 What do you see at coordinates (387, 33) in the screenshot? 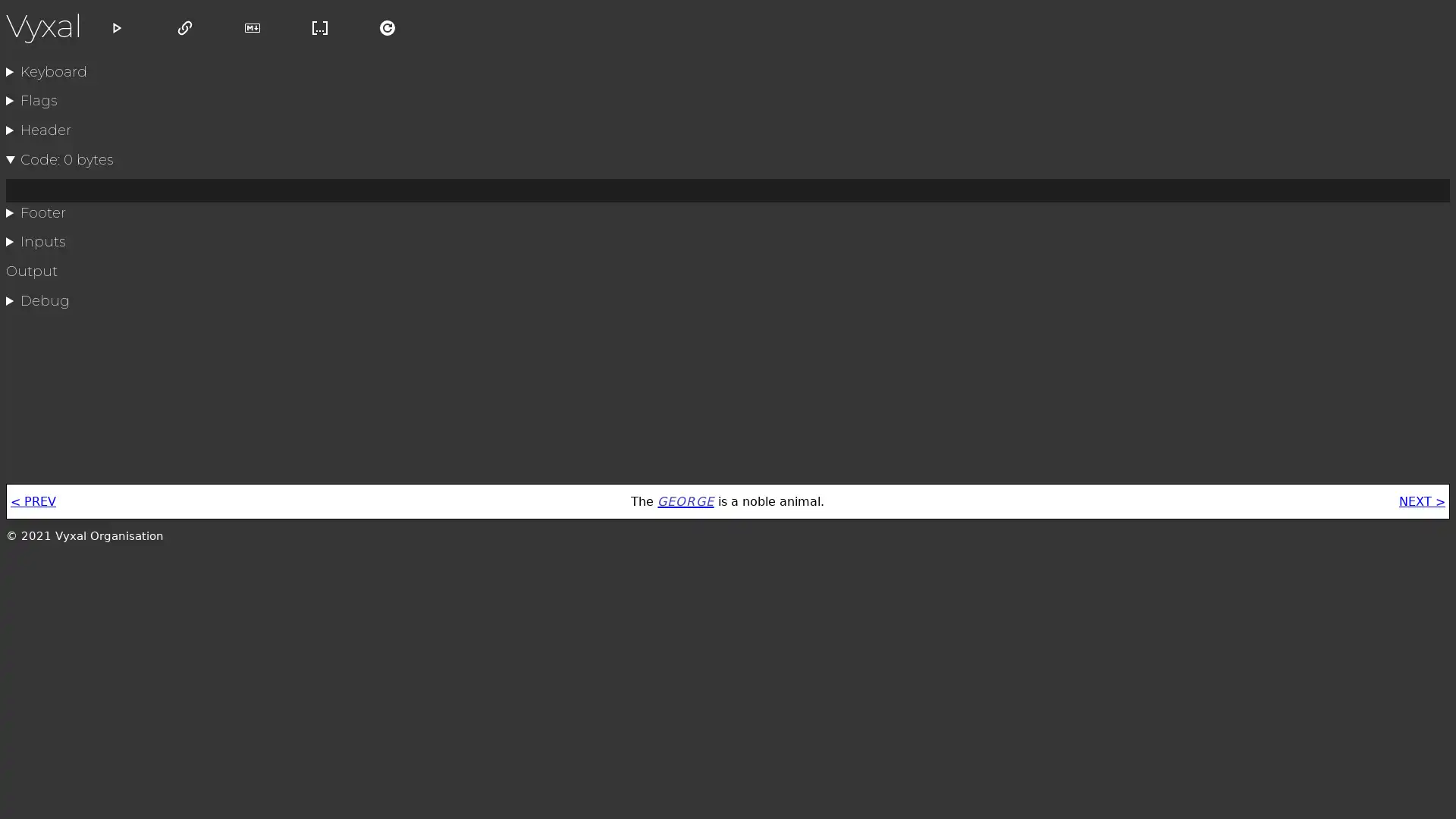
I see `Clear all fields` at bounding box center [387, 33].